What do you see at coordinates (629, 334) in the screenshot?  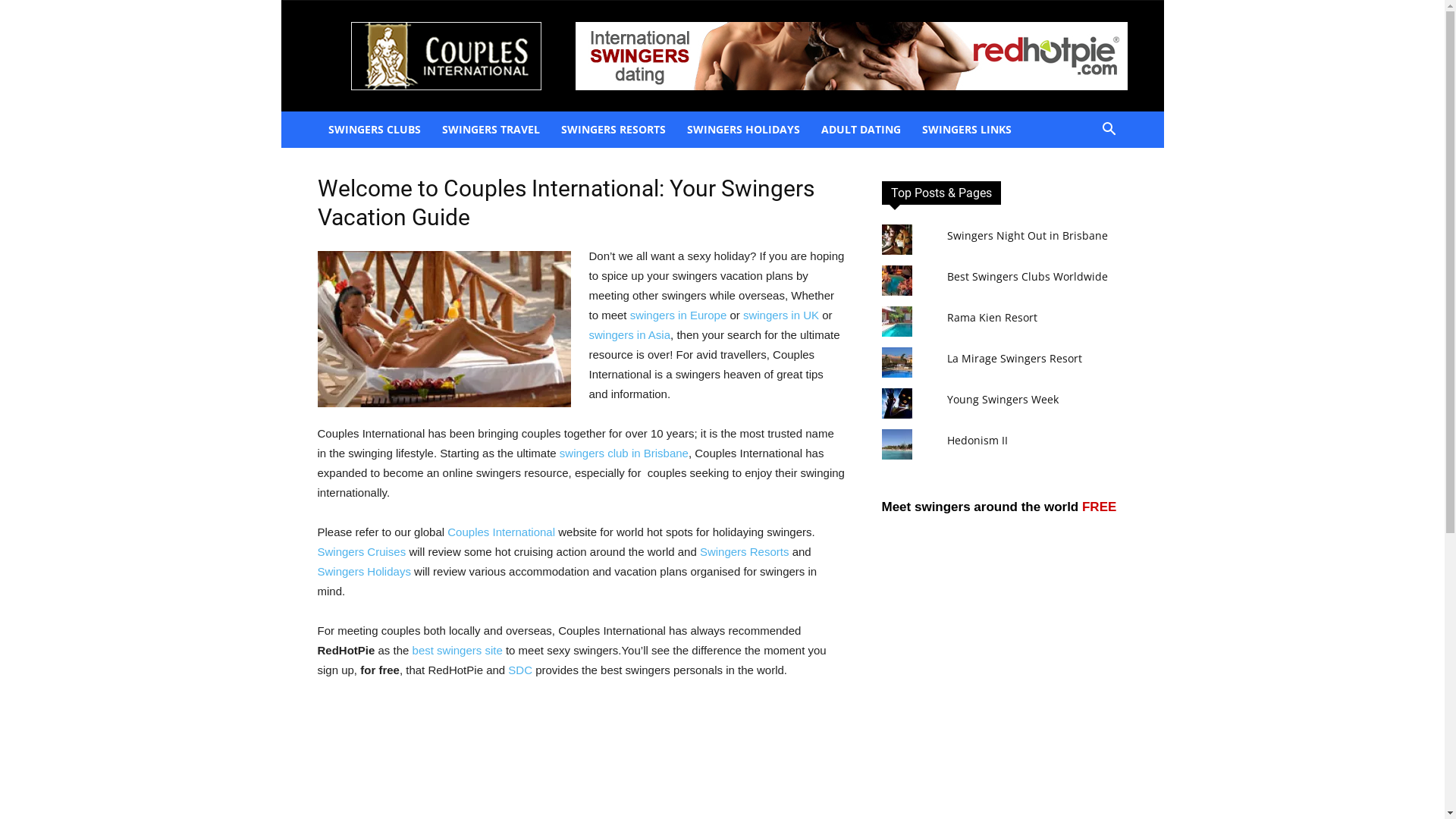 I see `'swingers in Asia'` at bounding box center [629, 334].